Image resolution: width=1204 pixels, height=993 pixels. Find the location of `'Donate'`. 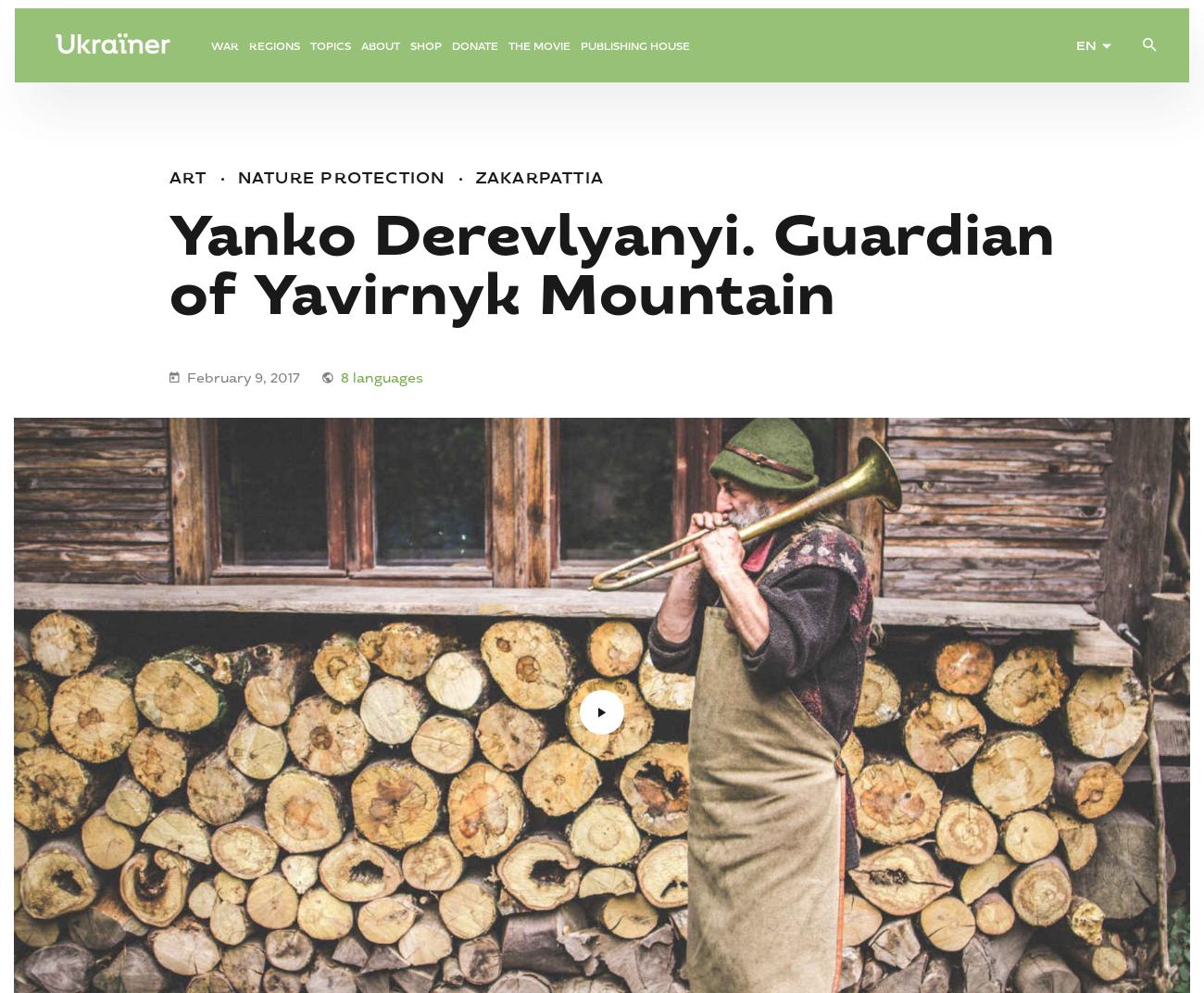

'Donate' is located at coordinates (474, 59).